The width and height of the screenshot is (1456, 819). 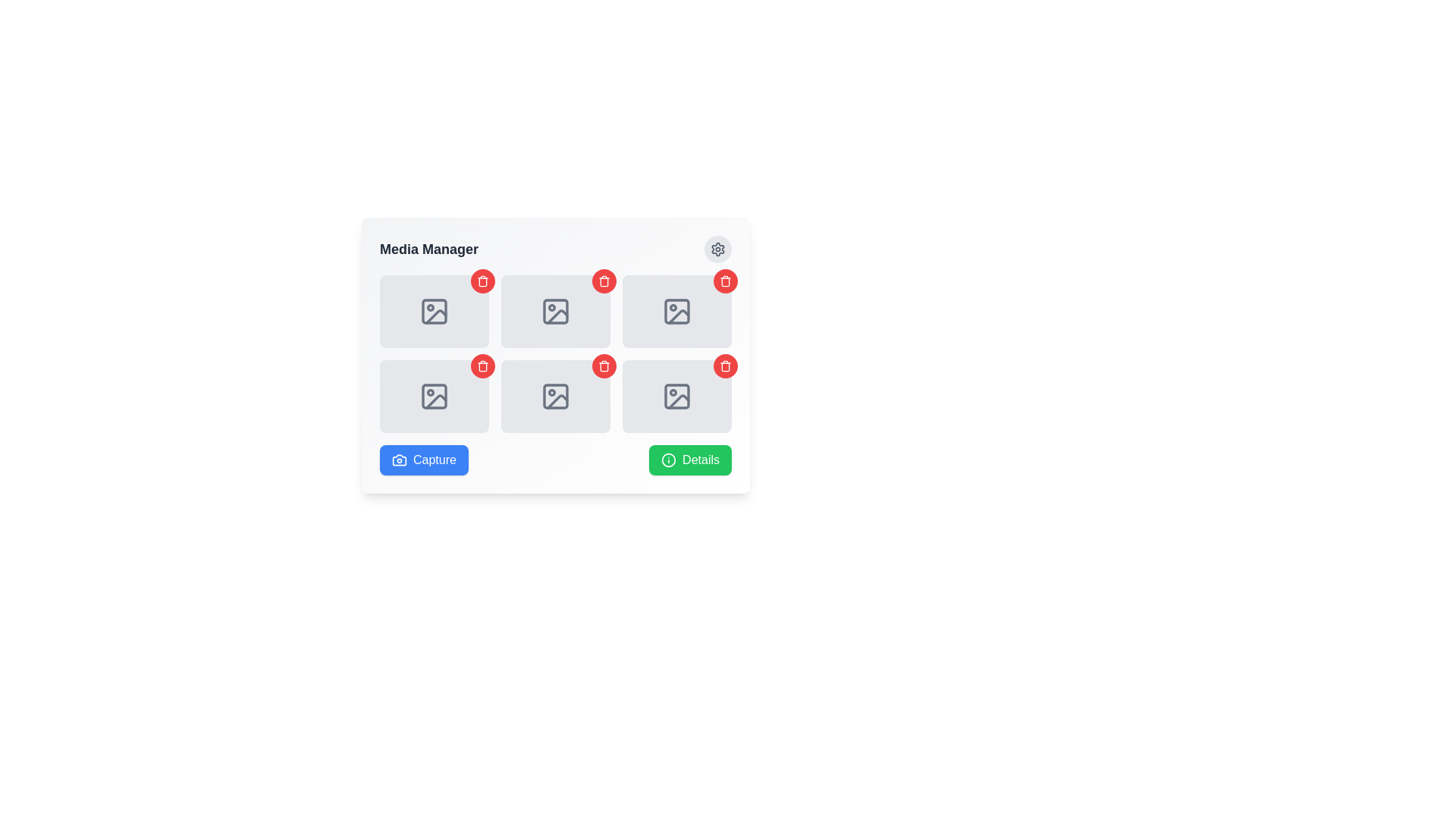 I want to click on the Image Placeholder with Action Icon, which is a gray box with rounded corners containing an image icon and a red circular badge with a trash can icon in the top-right corner, so click(x=676, y=311).